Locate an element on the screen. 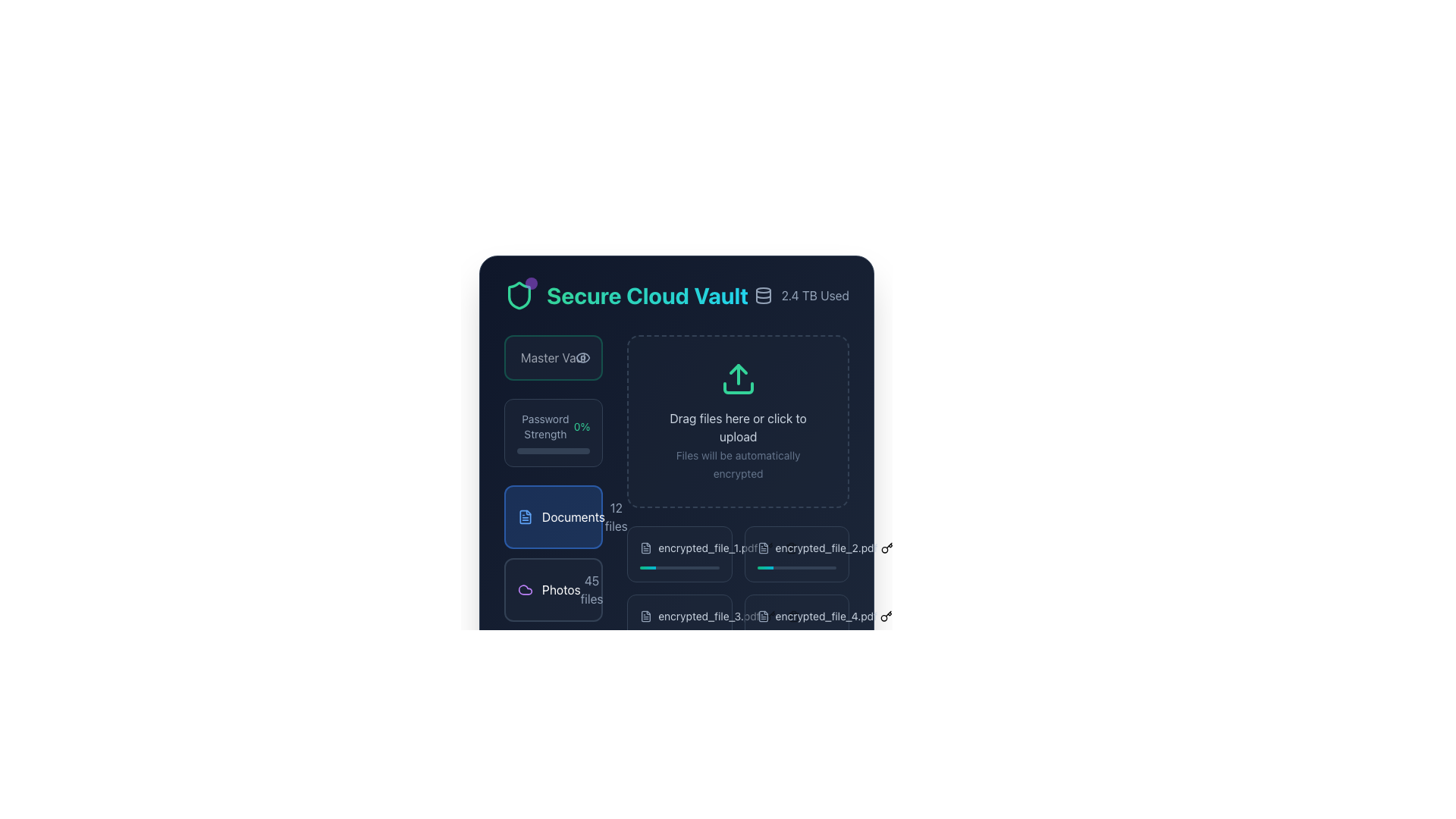  the key icon element, which is styled as a key symbol and located adjacent to the filename 'encrypted_file_4.pdf' in the file list interface is located at coordinates (769, 617).